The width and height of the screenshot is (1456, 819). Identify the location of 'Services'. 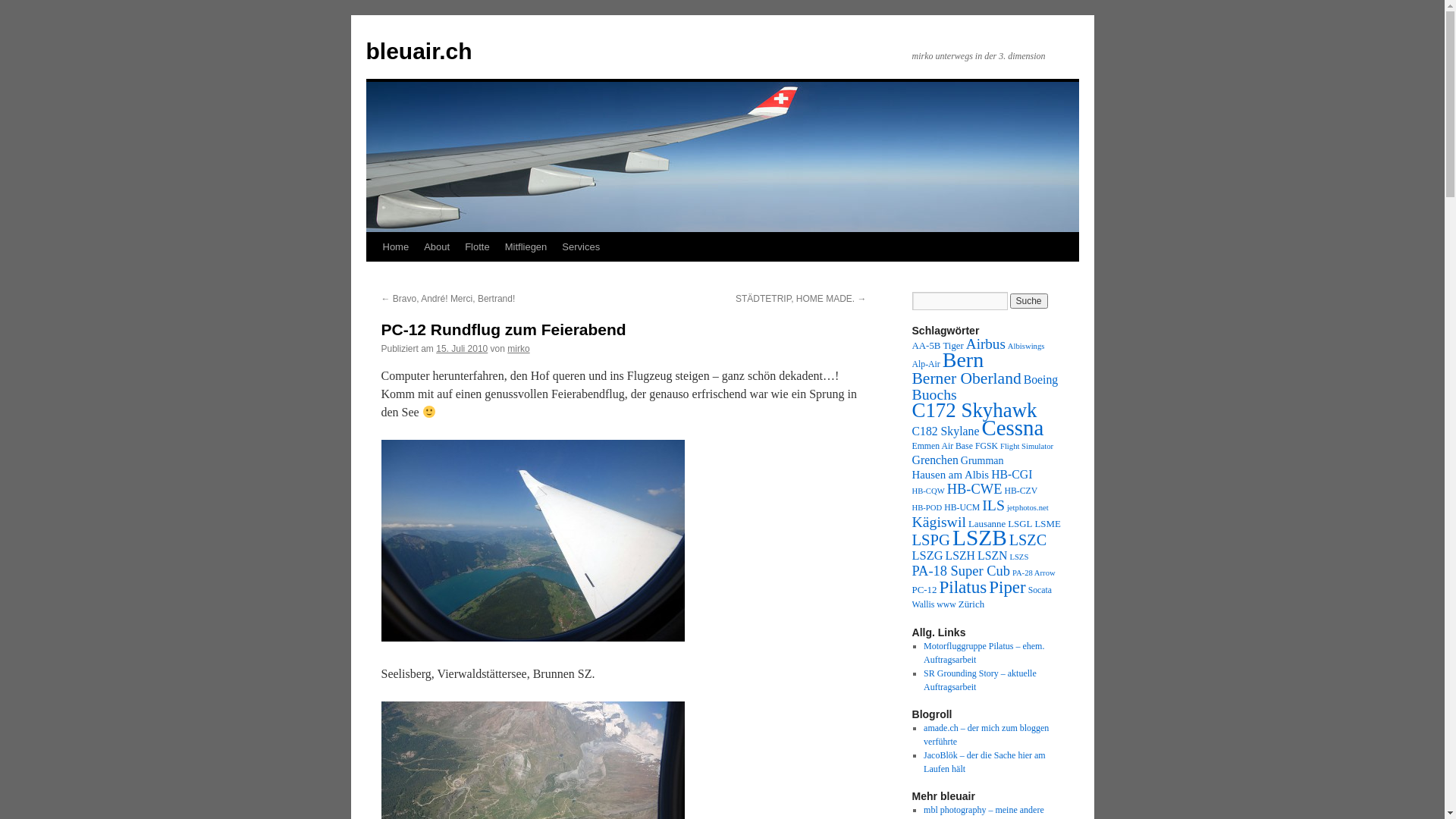
(580, 246).